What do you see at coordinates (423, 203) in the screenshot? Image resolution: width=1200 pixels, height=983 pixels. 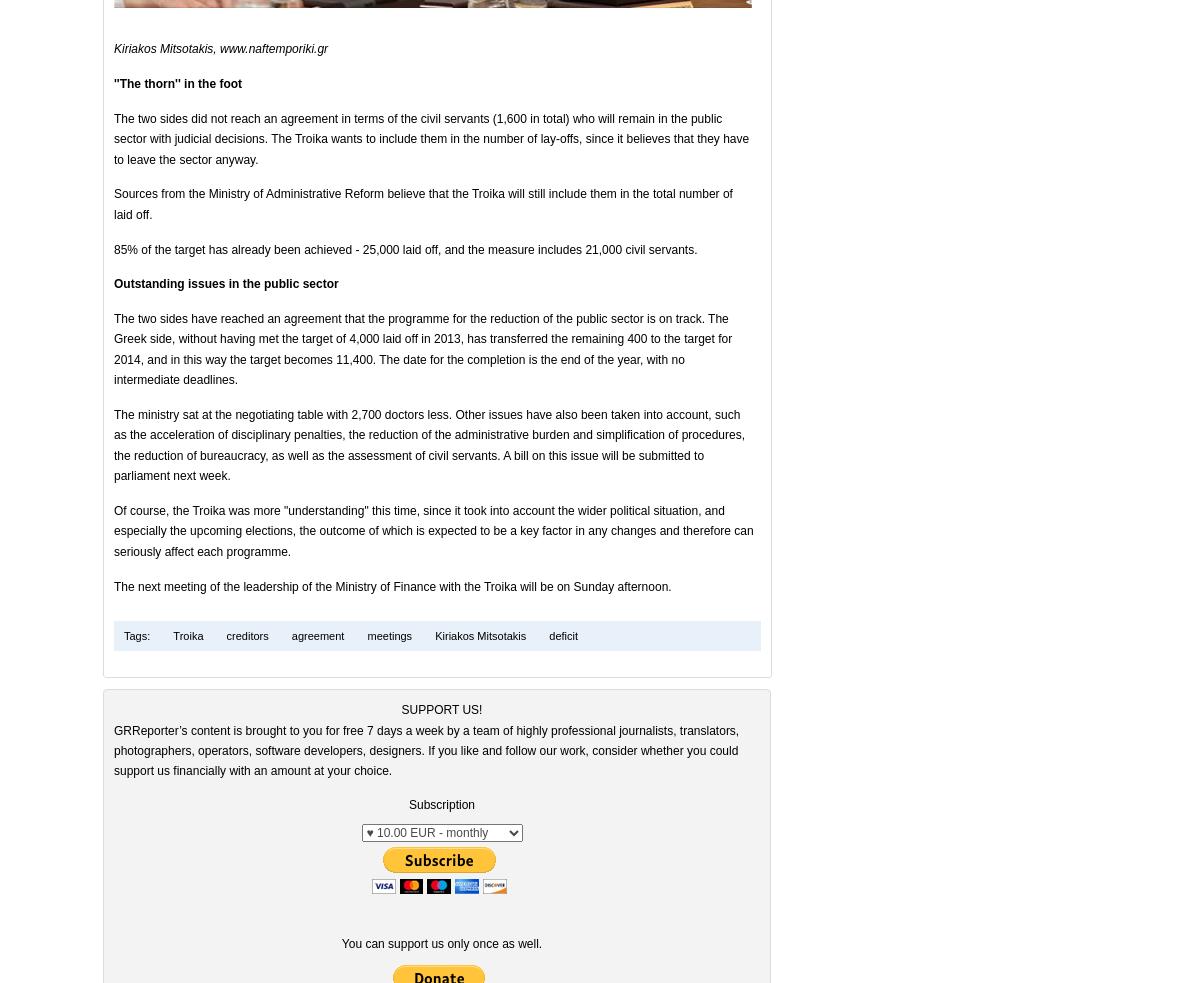 I see `'Sources from the Ministry of Administrative Reform believe that the Troika will still include them in the total number of laid off.'` at bounding box center [423, 203].